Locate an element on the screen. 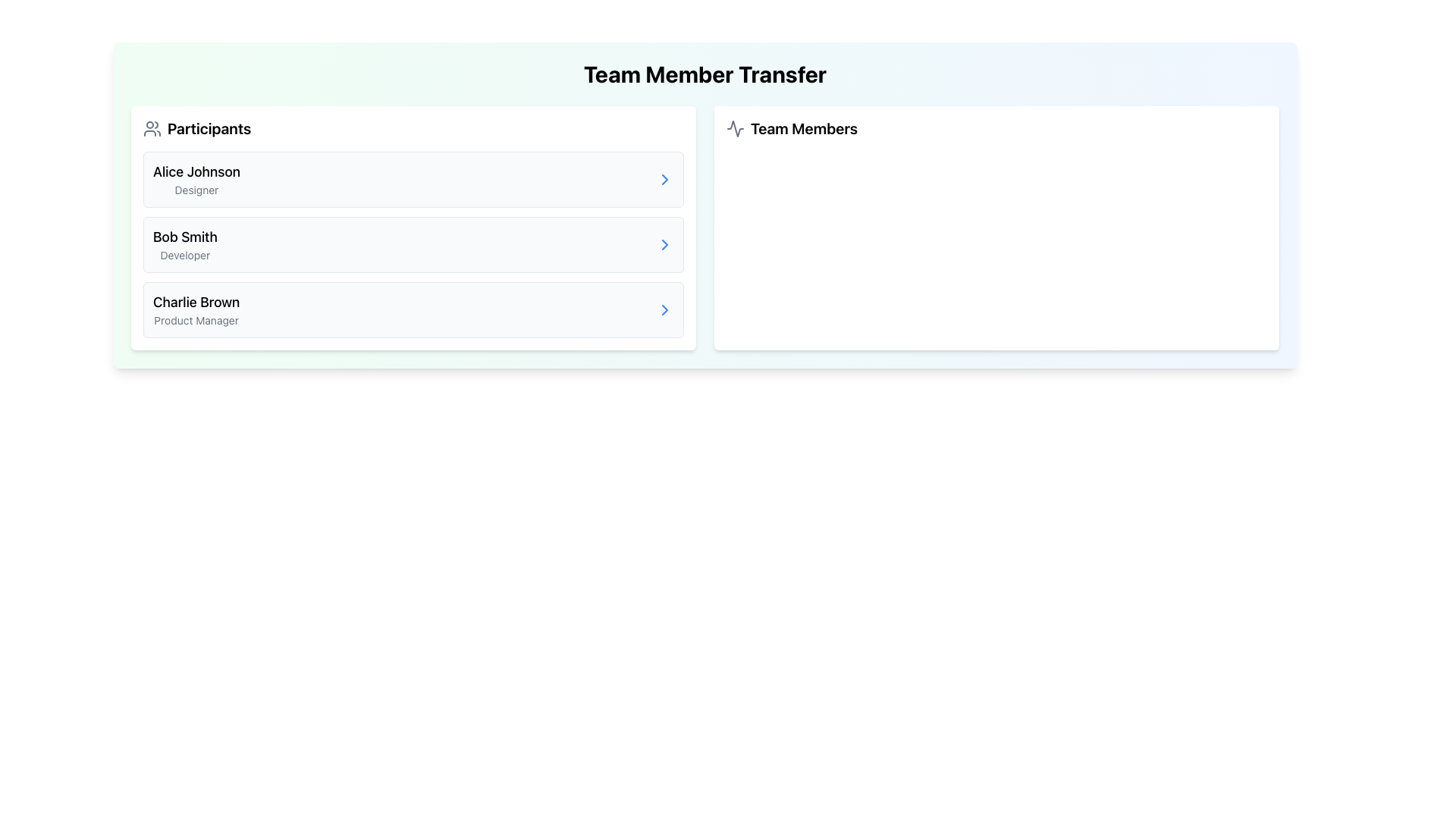  the text label describing the role 'Designer' associated with the participant 'Alice Johnson' in the left panel under the 'Participants' section is located at coordinates (196, 189).